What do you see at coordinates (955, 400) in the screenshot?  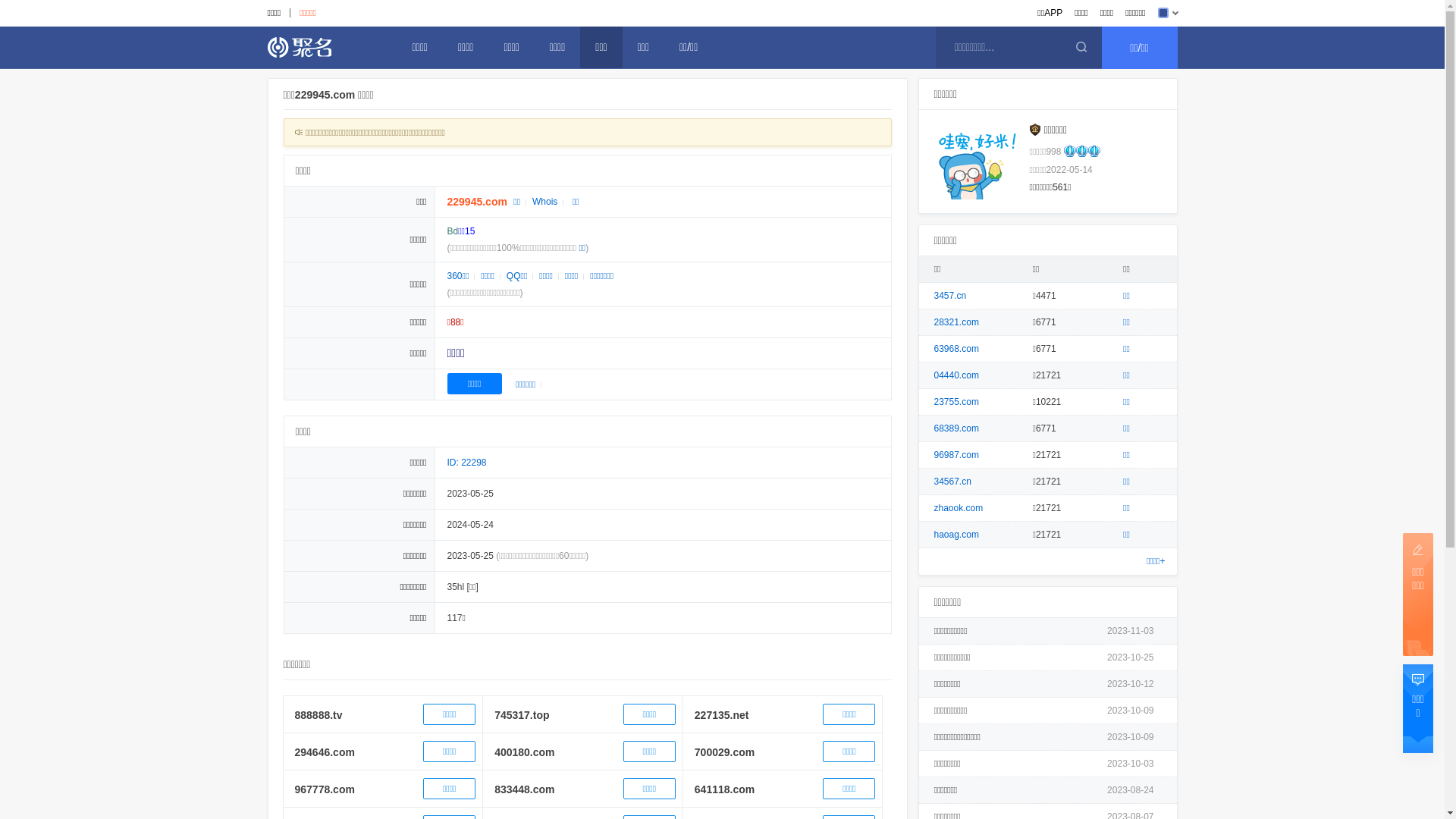 I see `'23755.com'` at bounding box center [955, 400].